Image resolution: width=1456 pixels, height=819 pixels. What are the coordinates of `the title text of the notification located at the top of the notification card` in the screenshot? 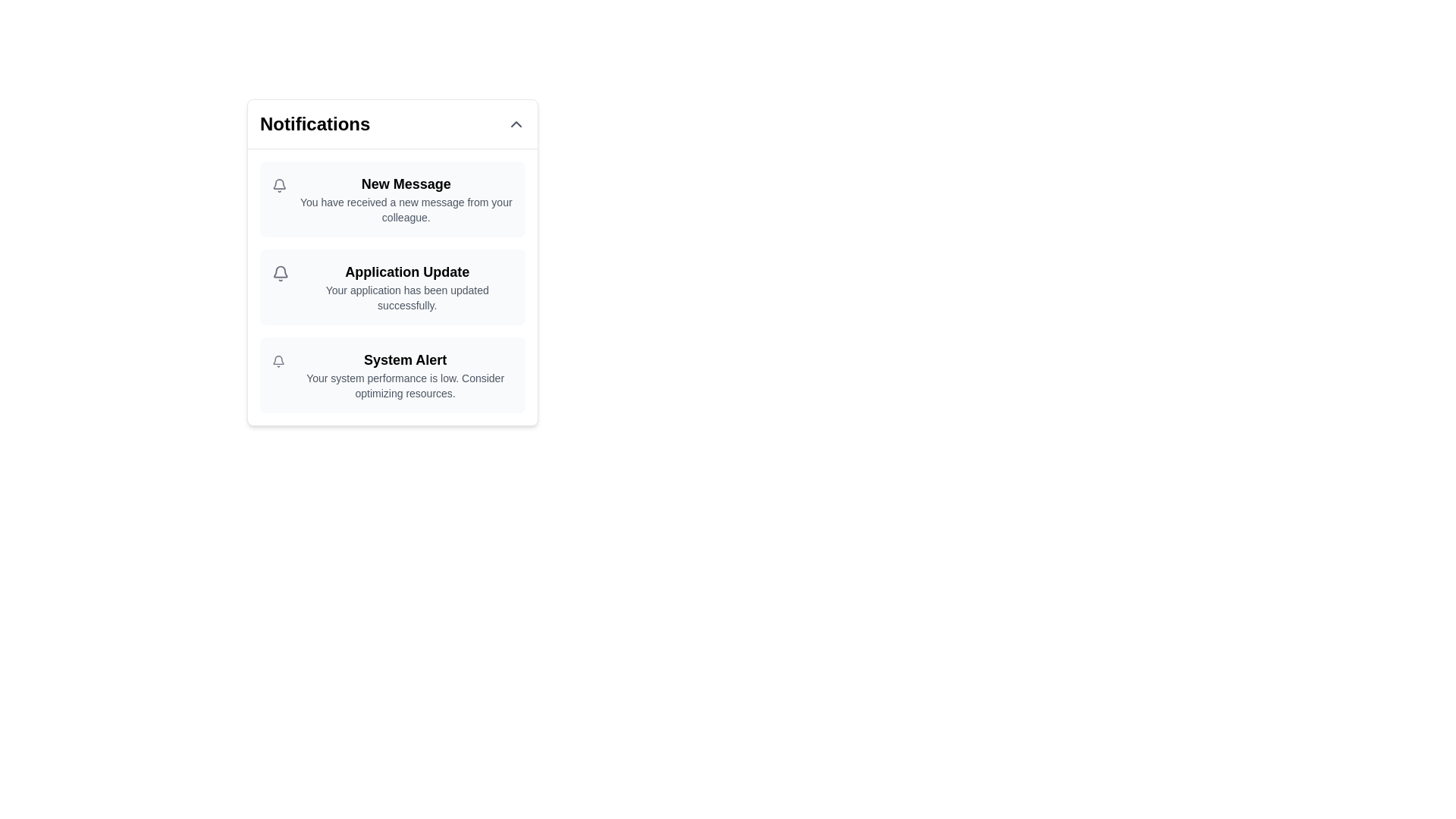 It's located at (406, 184).